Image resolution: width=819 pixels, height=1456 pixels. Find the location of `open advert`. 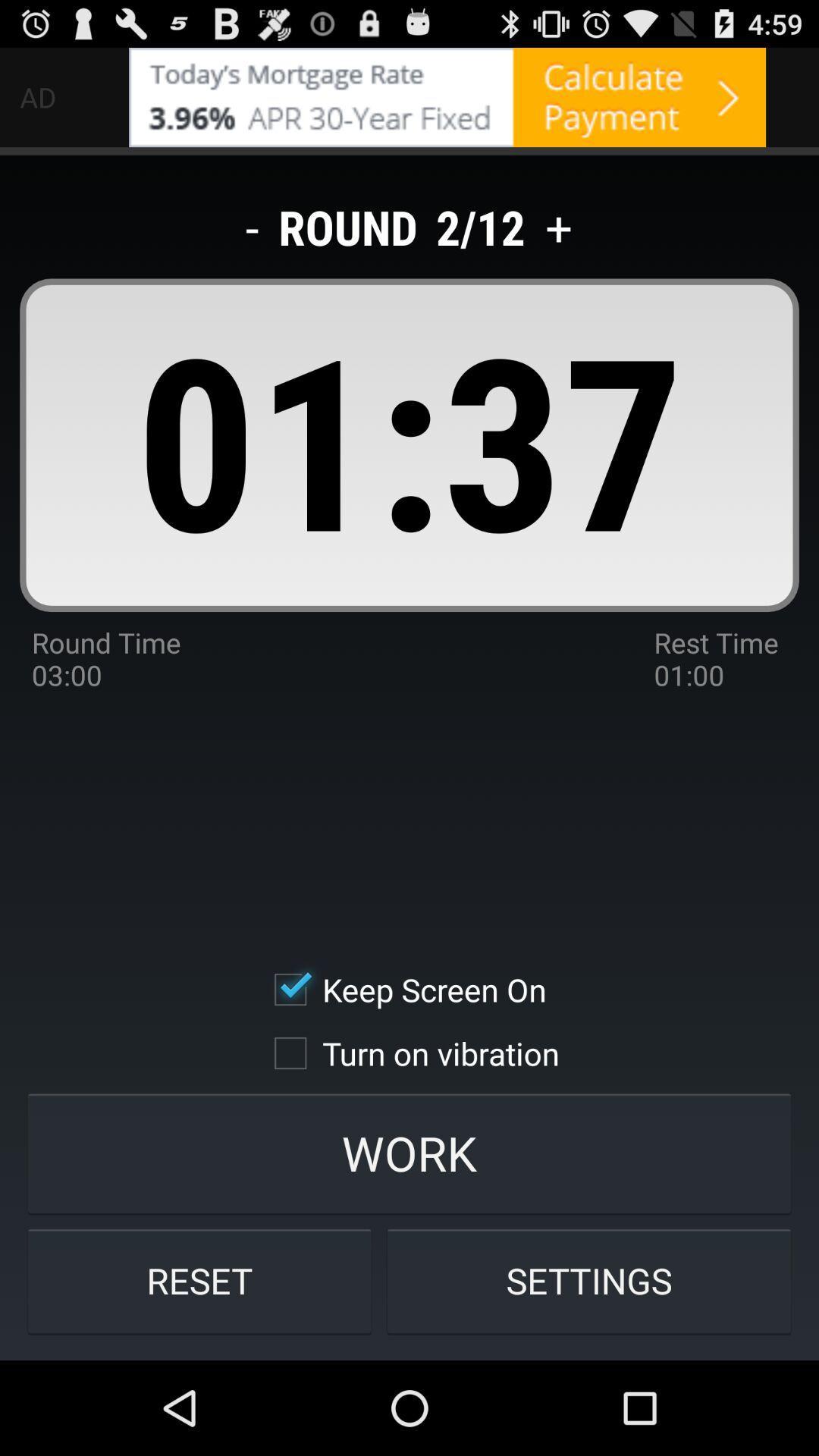

open advert is located at coordinates (447, 96).